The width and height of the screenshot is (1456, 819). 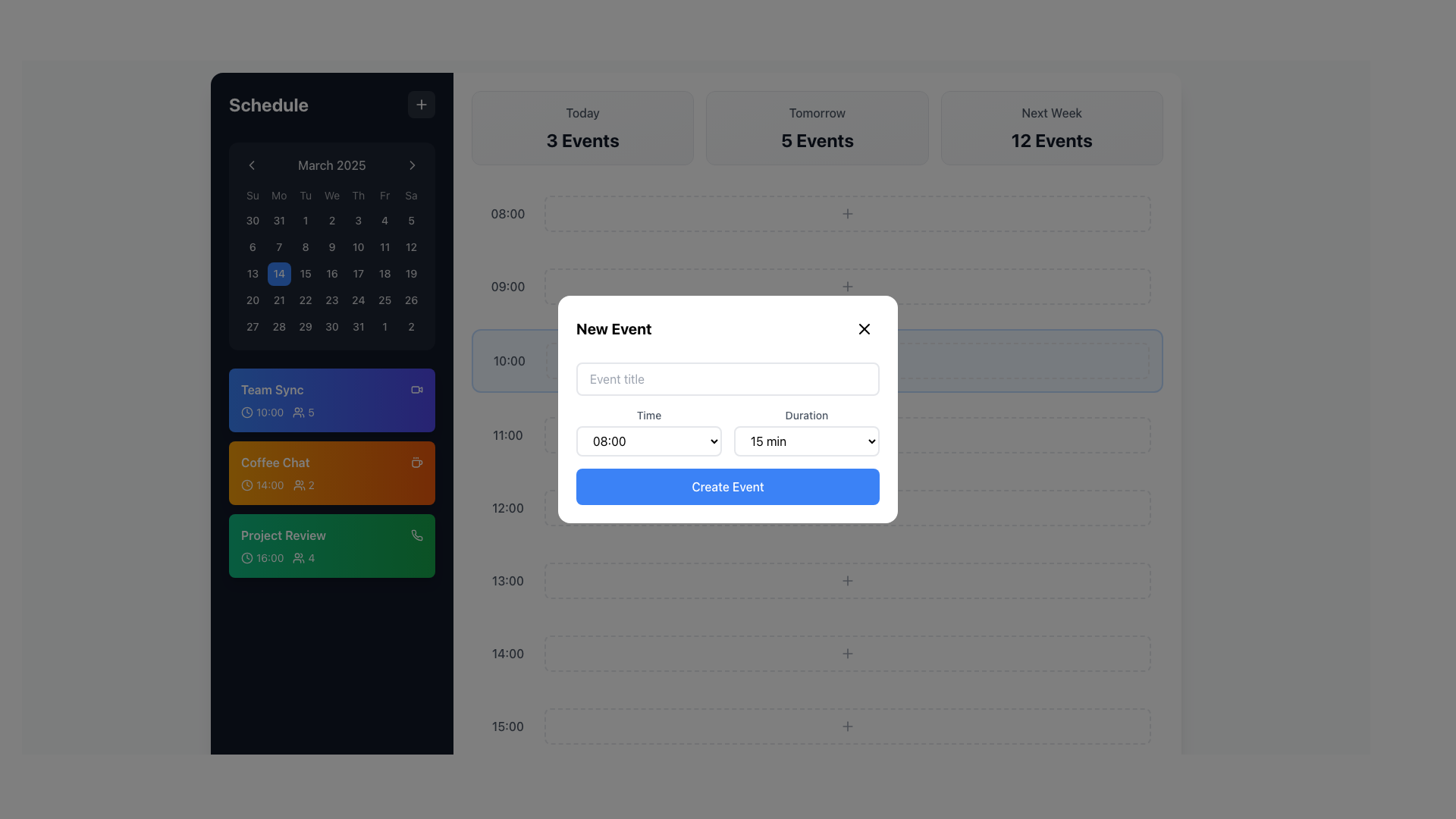 I want to click on the button representing the 20th day, so click(x=253, y=300).